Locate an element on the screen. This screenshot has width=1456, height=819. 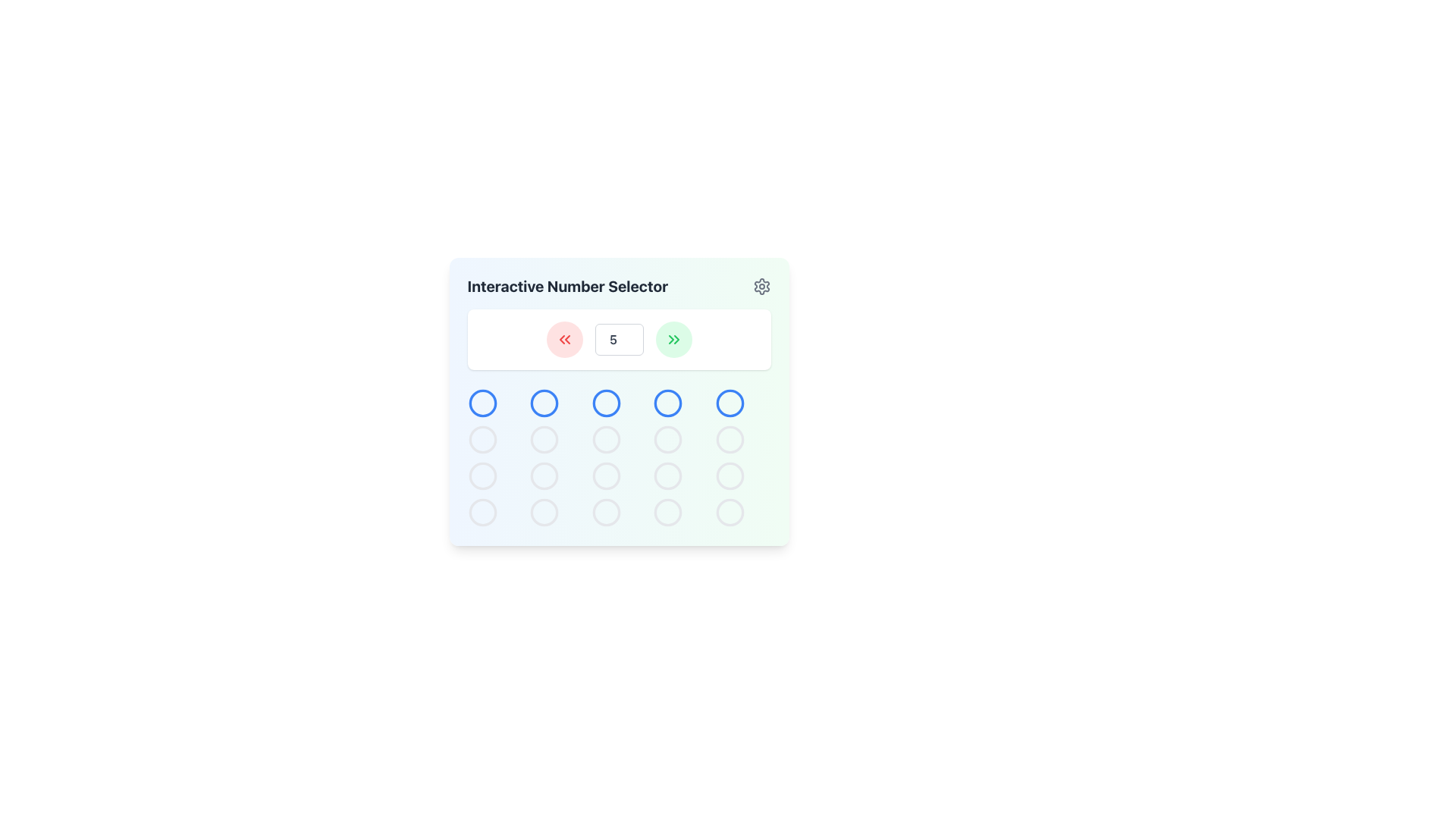
the third circle in the third row of the 5x4 grid layout within the 'Interactive Number Selector' interface is located at coordinates (544, 475).